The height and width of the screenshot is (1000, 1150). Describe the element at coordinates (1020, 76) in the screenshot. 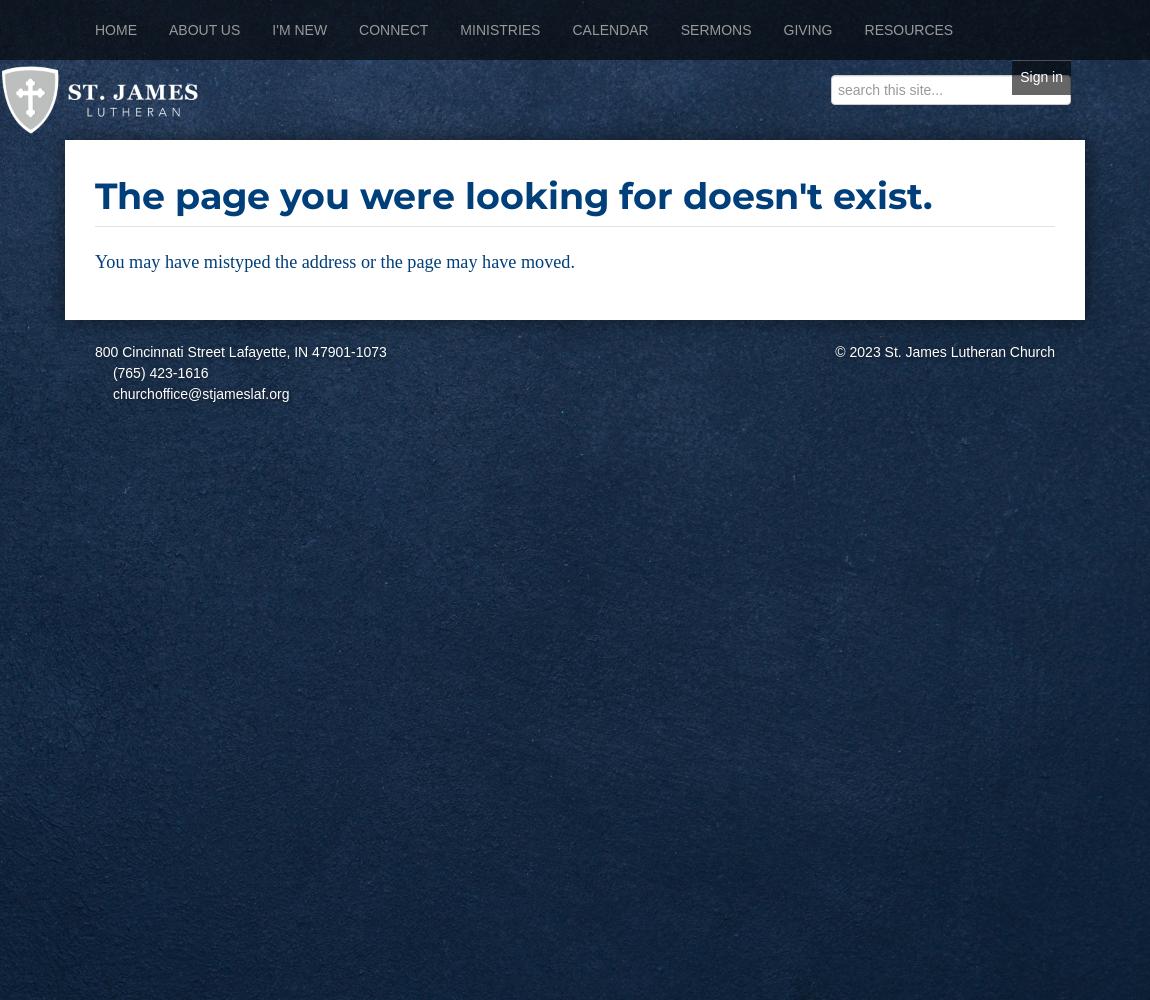

I see `'Sign in'` at that location.